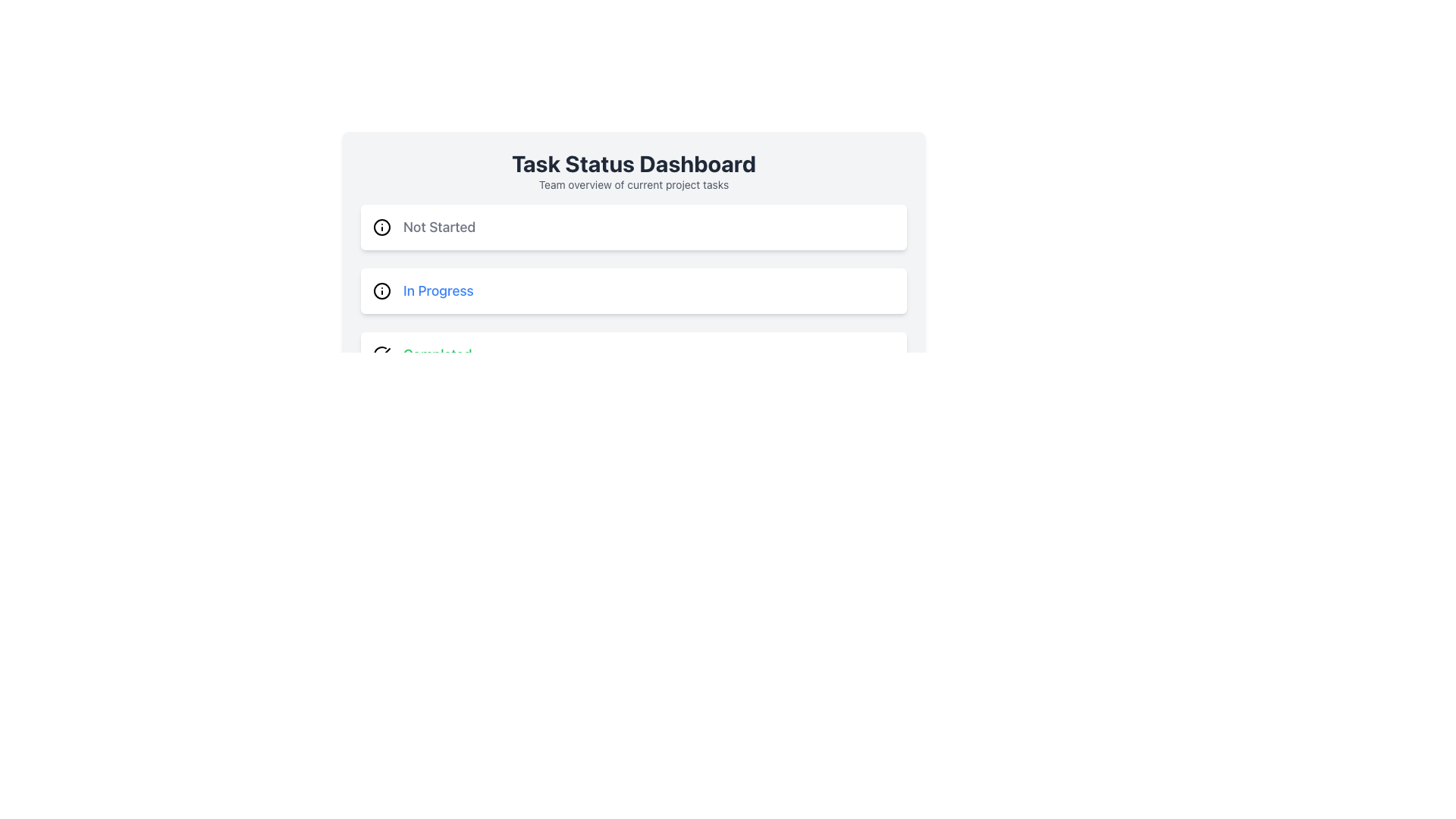 The height and width of the screenshot is (819, 1456). What do you see at coordinates (382, 354) in the screenshot?
I see `the SVG icon representing a circle with a checkmark inside, which indicates completed tasks` at bounding box center [382, 354].